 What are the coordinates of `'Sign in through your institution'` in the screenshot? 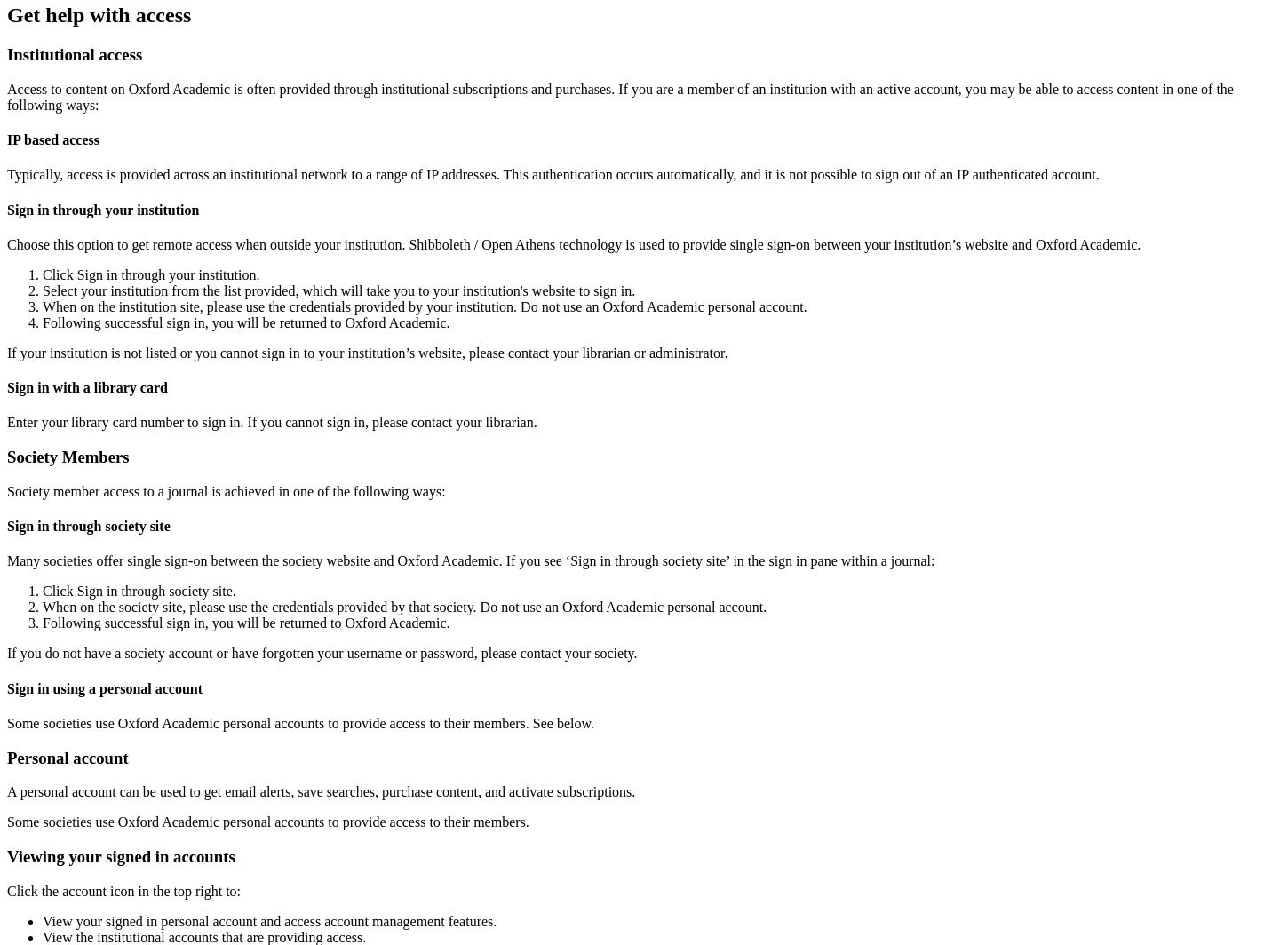 It's located at (6, 209).